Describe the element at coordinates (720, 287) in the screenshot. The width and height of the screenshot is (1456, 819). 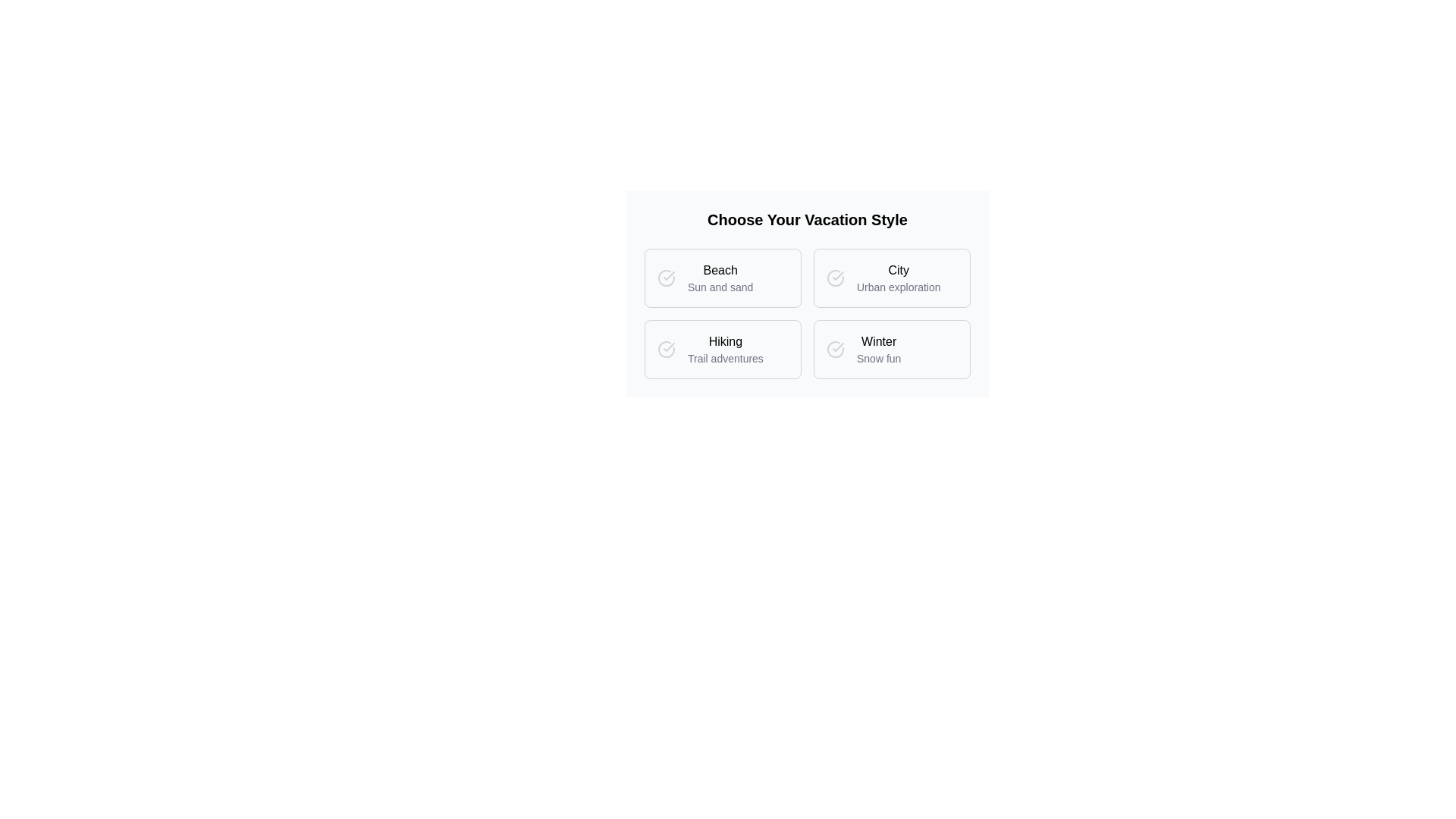
I see `the text label that reads 'Sun and sand', which is styled in a smaller and lighter font and positioned directly beneath the 'Beach' text label` at that location.